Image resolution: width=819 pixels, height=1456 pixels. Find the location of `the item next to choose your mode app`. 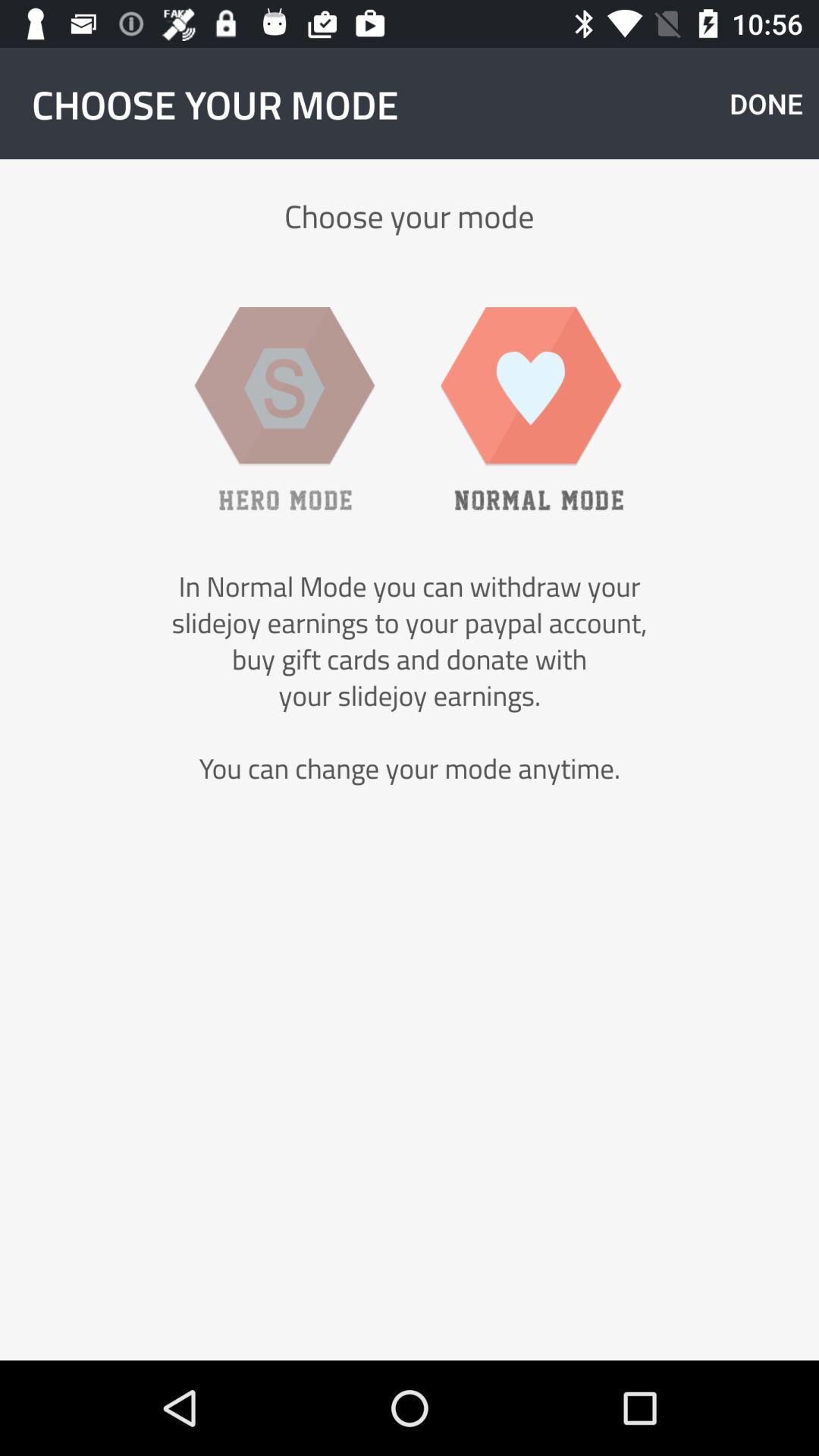

the item next to choose your mode app is located at coordinates (766, 102).